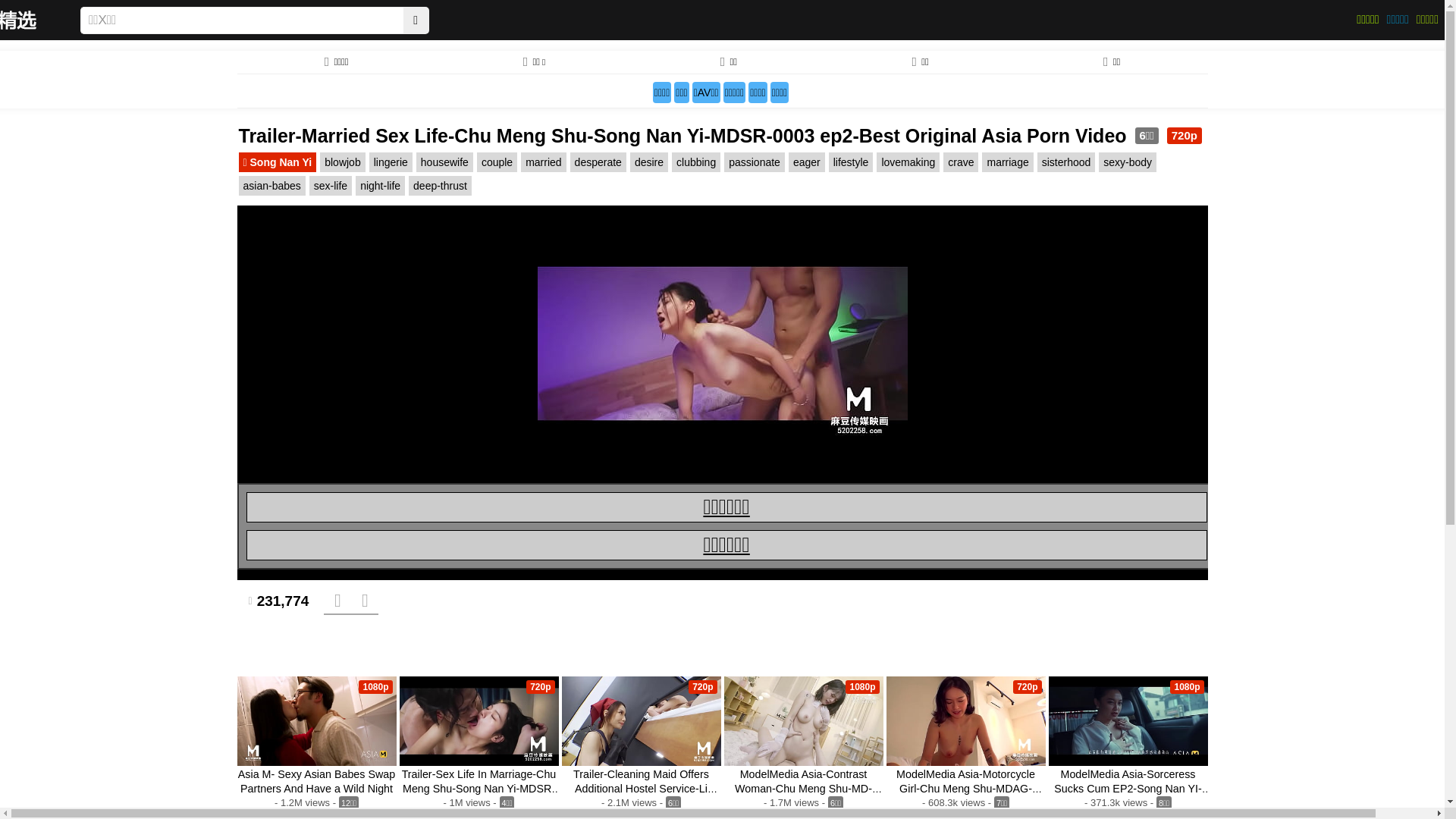 The height and width of the screenshot is (819, 1456). I want to click on 'Song Nan Yi', so click(237, 162).